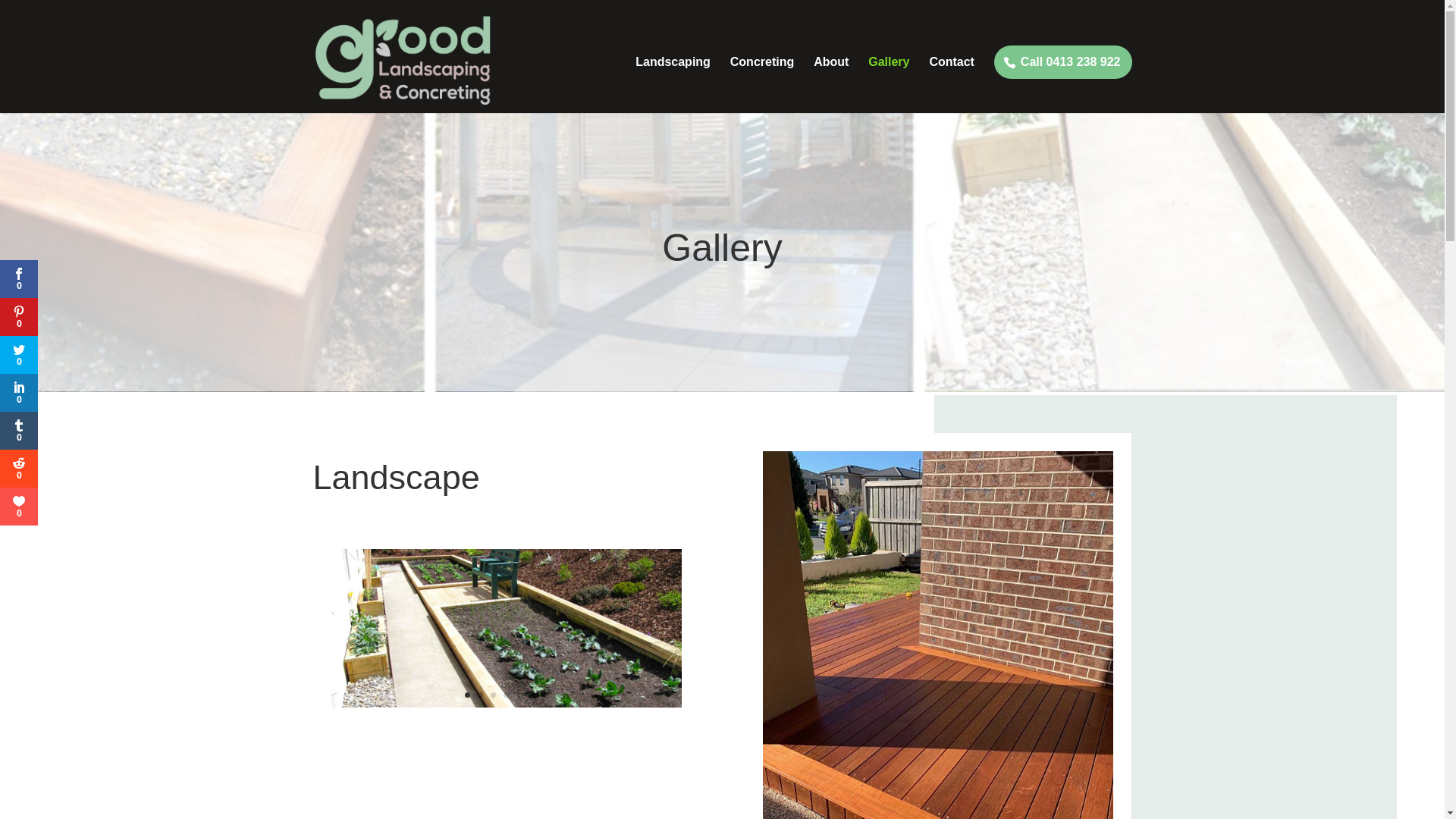  I want to click on 'Call 0413 238 922', so click(1062, 61).